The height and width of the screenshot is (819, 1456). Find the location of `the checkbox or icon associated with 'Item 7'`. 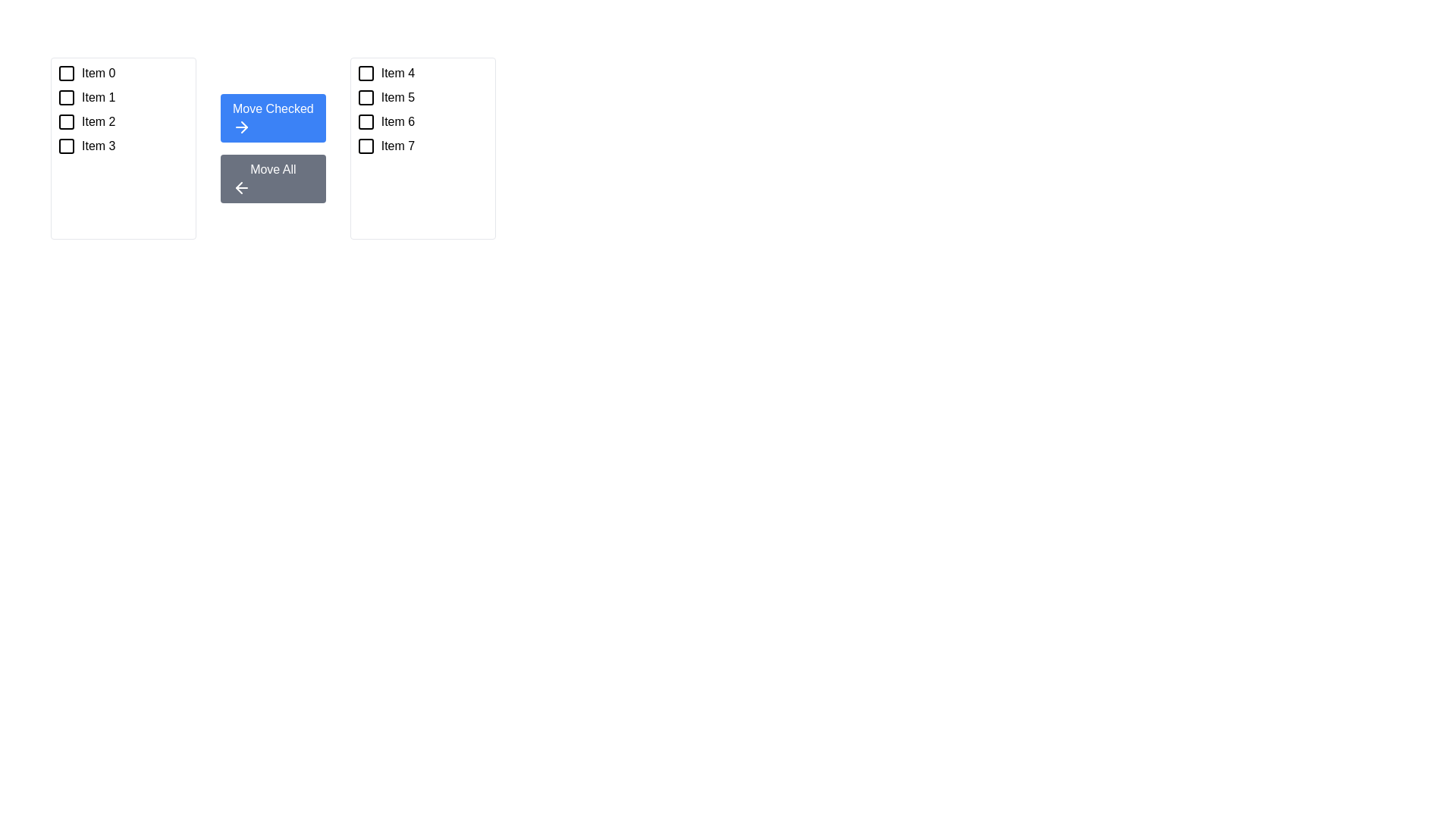

the checkbox or icon associated with 'Item 7' is located at coordinates (366, 146).